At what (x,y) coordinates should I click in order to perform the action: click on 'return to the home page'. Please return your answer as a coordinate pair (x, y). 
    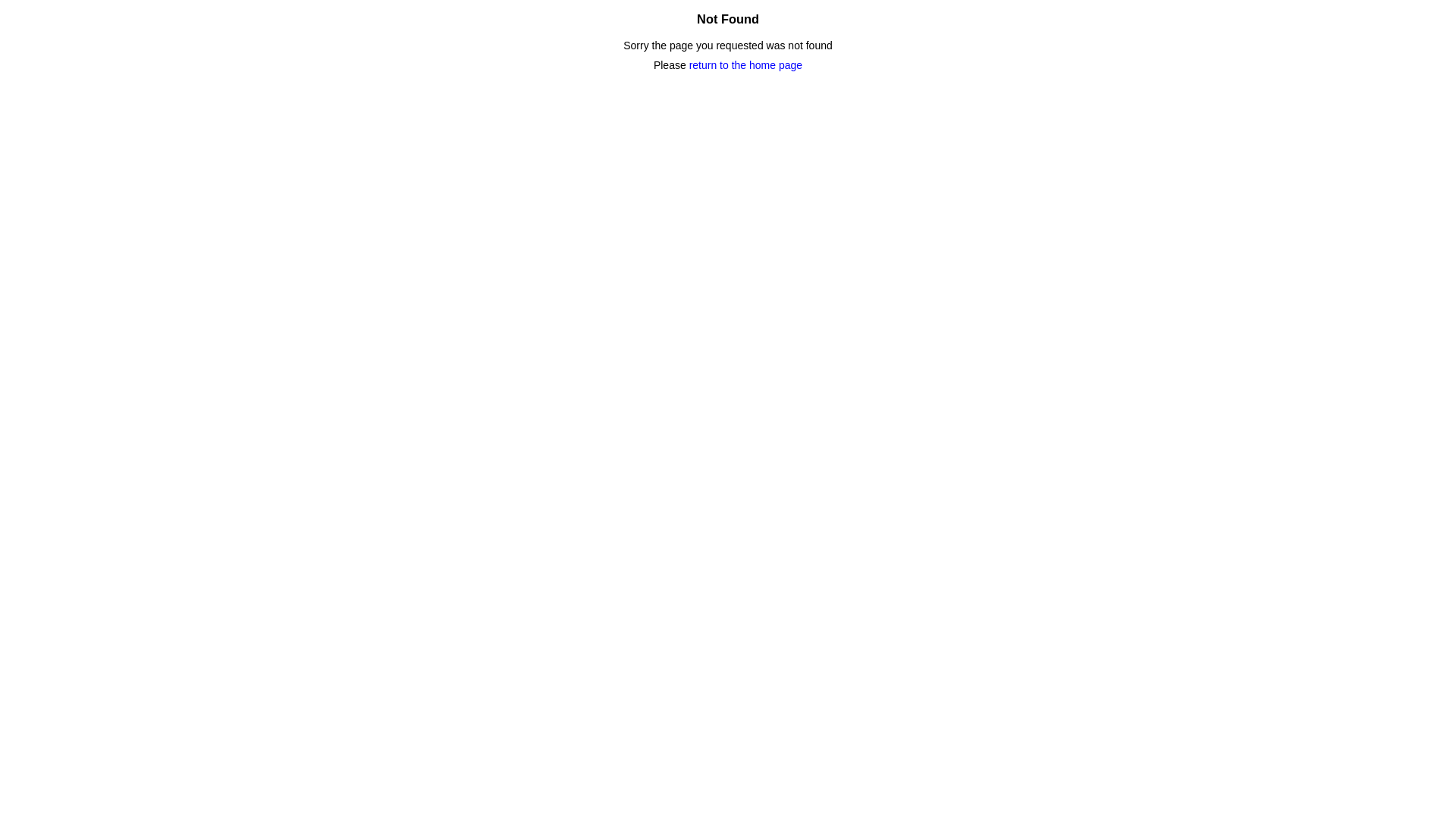
    Looking at the image, I should click on (745, 64).